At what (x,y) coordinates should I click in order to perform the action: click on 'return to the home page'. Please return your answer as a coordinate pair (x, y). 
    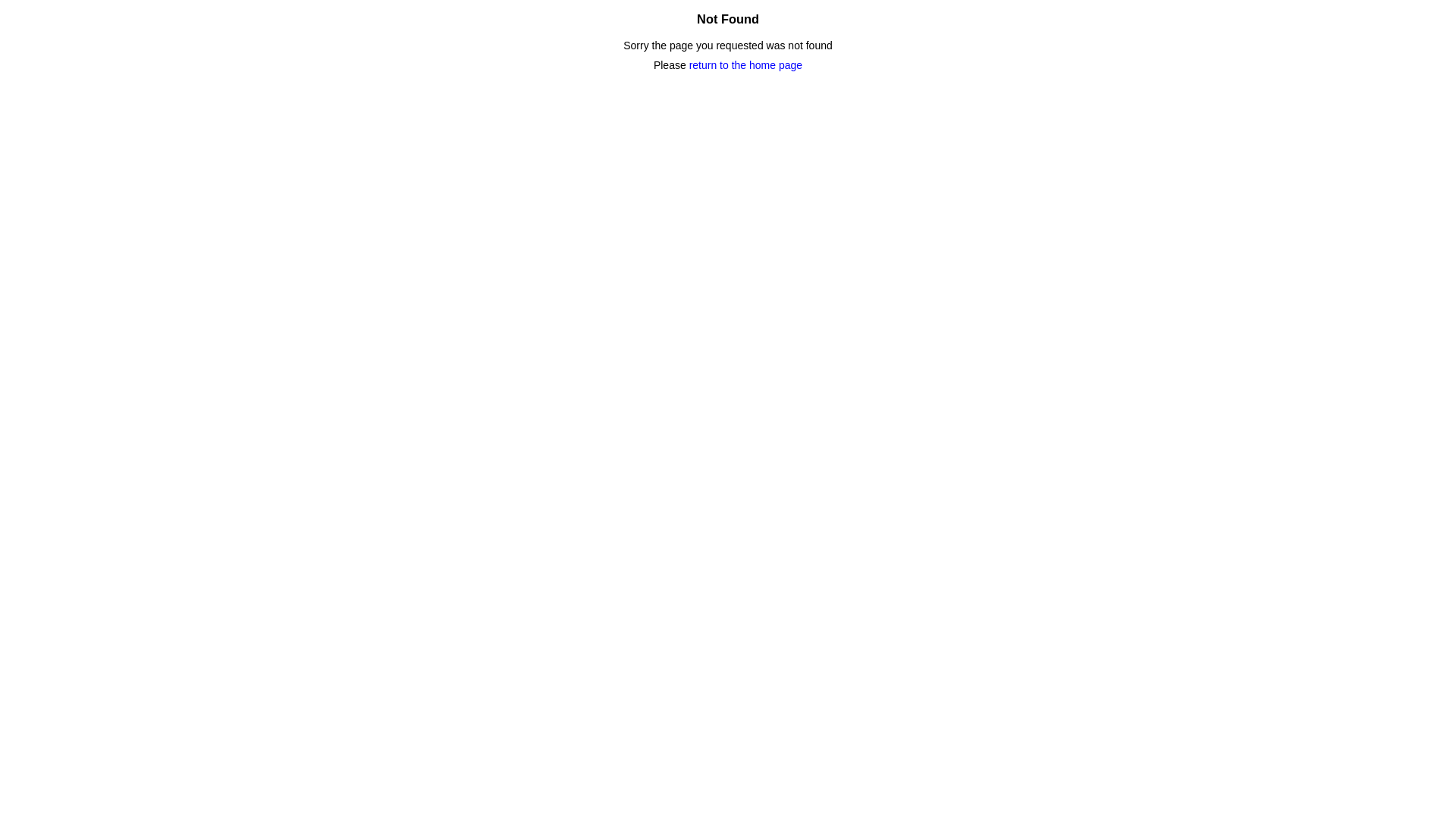
    Looking at the image, I should click on (745, 64).